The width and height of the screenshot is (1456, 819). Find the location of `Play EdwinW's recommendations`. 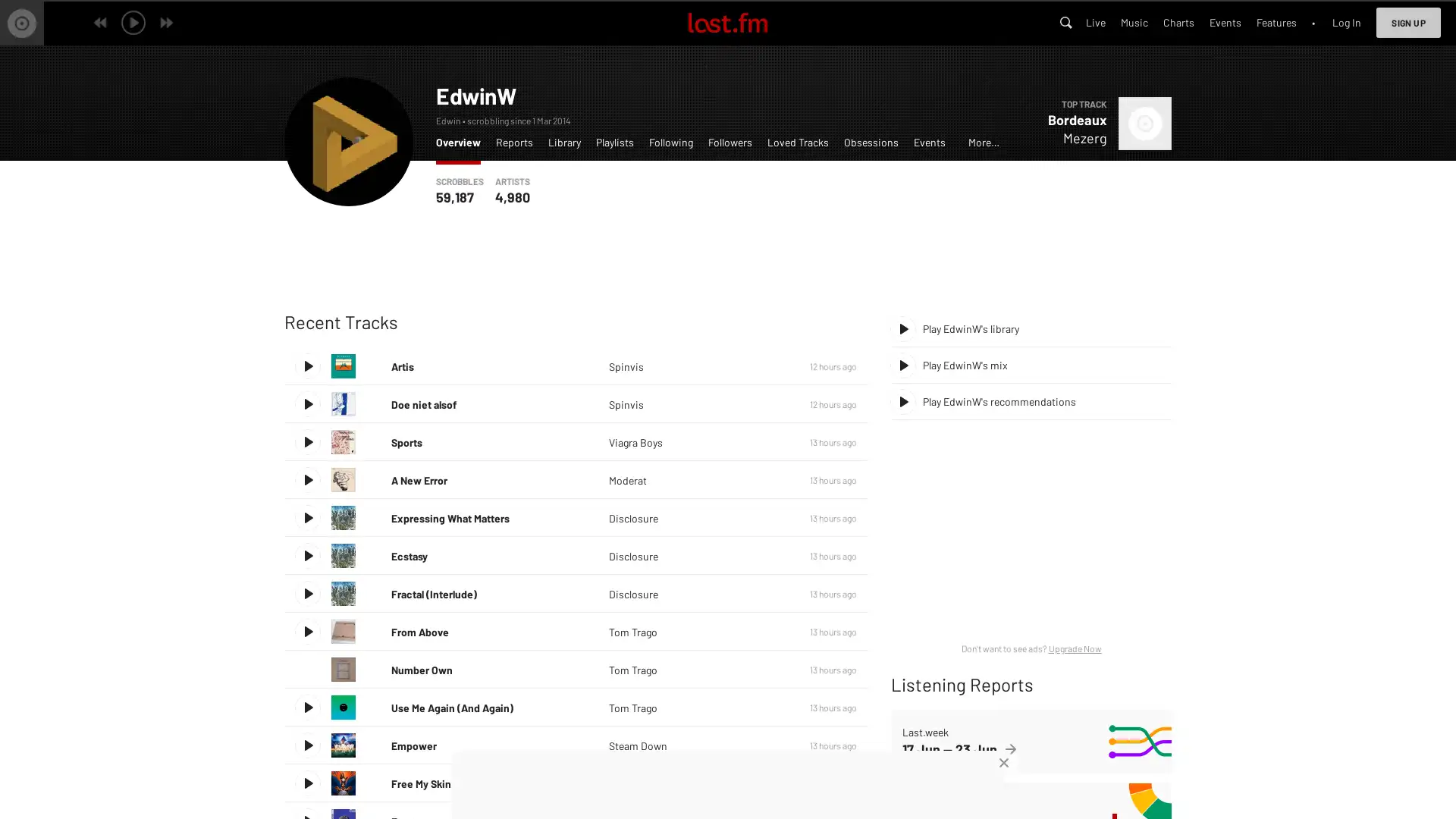

Play EdwinW's recommendations is located at coordinates (1031, 400).